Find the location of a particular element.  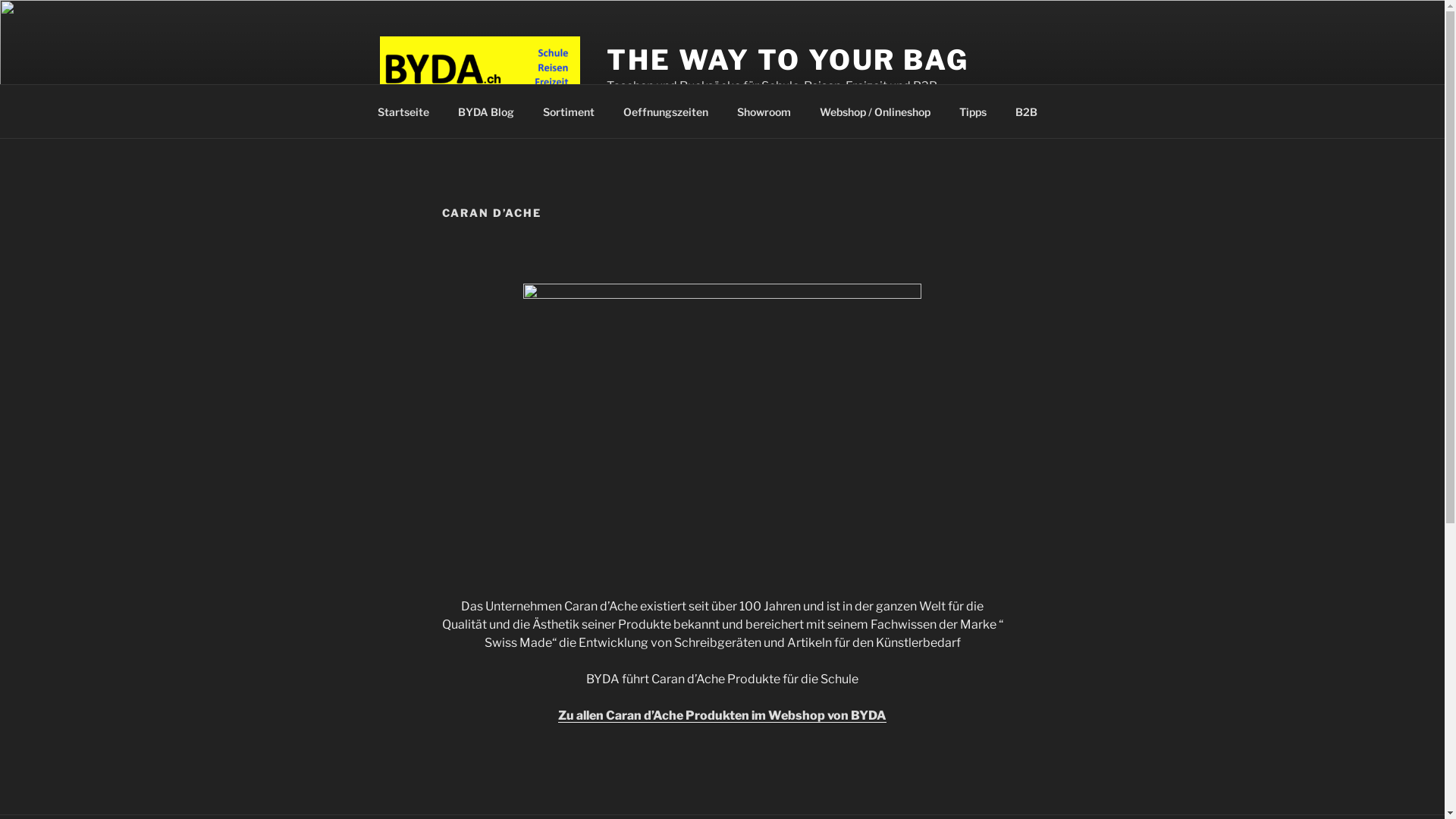

'Startseite' is located at coordinates (364, 110).